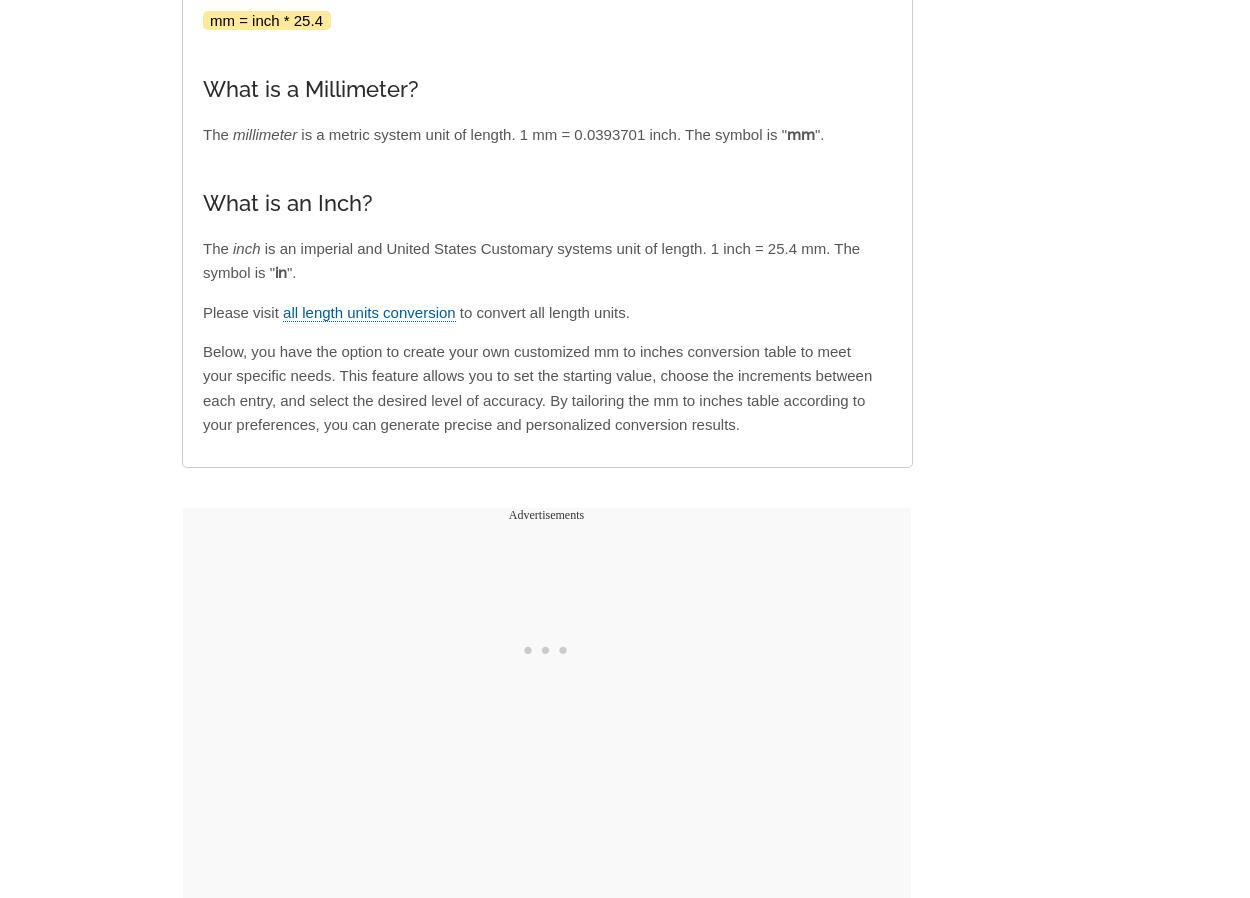 Image resolution: width=1250 pixels, height=898 pixels. What do you see at coordinates (266, 18) in the screenshot?
I see `'mm = inch * 25.4'` at bounding box center [266, 18].